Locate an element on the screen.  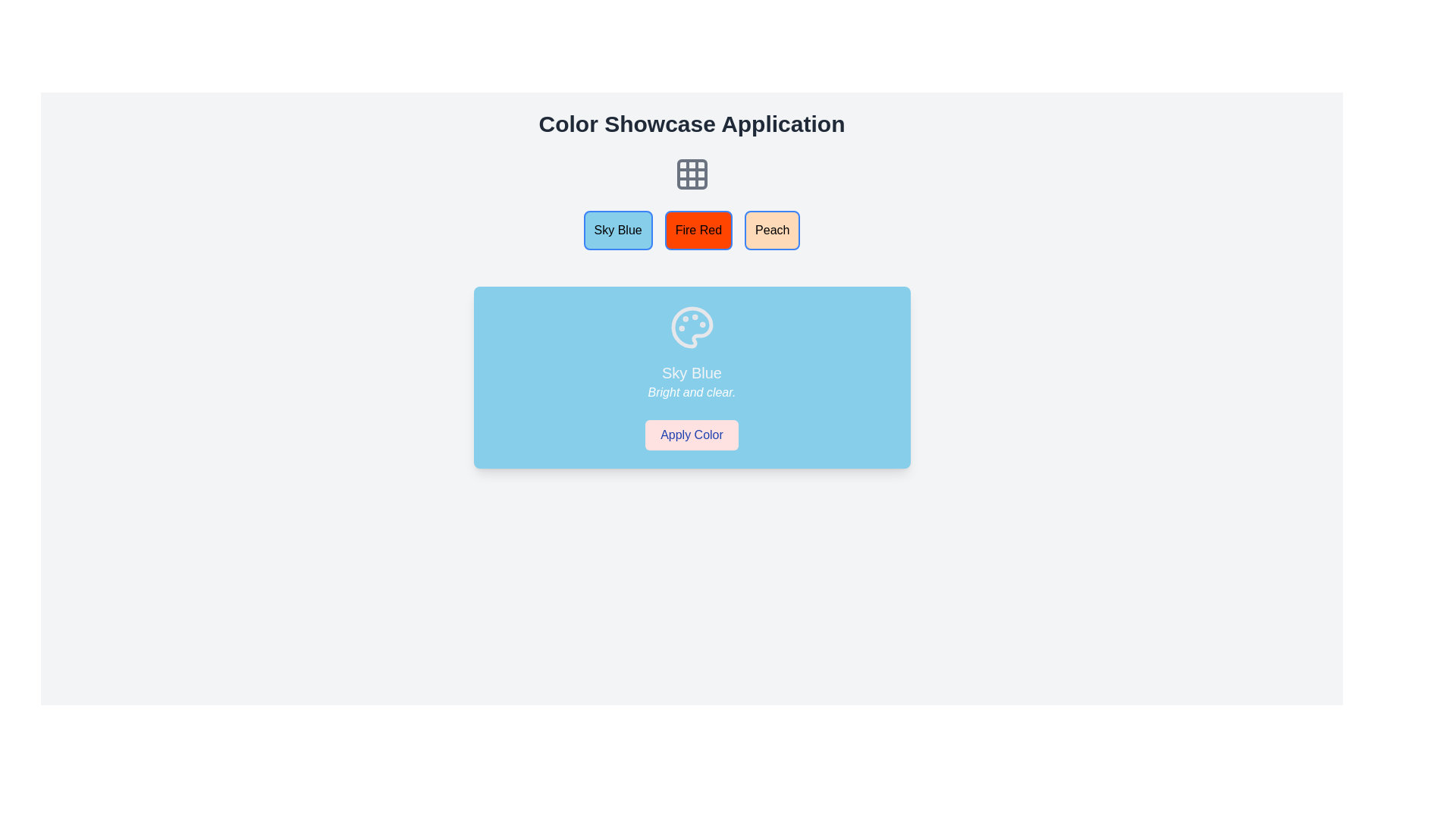
the peach button labeled 'Peach' with a blue border and rounded corners to observe its hover effects is located at coordinates (772, 231).